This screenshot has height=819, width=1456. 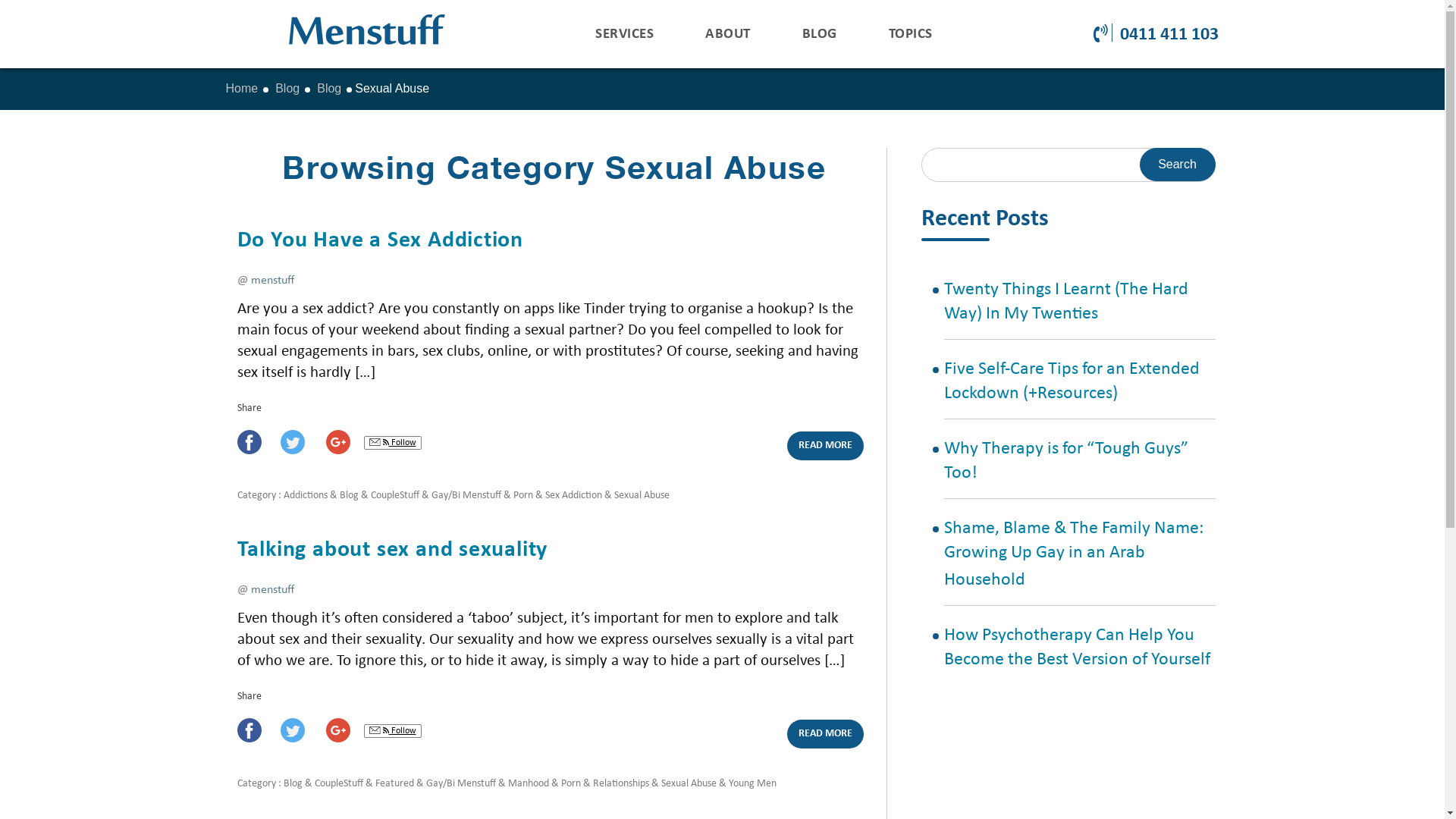 What do you see at coordinates (621, 783) in the screenshot?
I see `'Relationships'` at bounding box center [621, 783].